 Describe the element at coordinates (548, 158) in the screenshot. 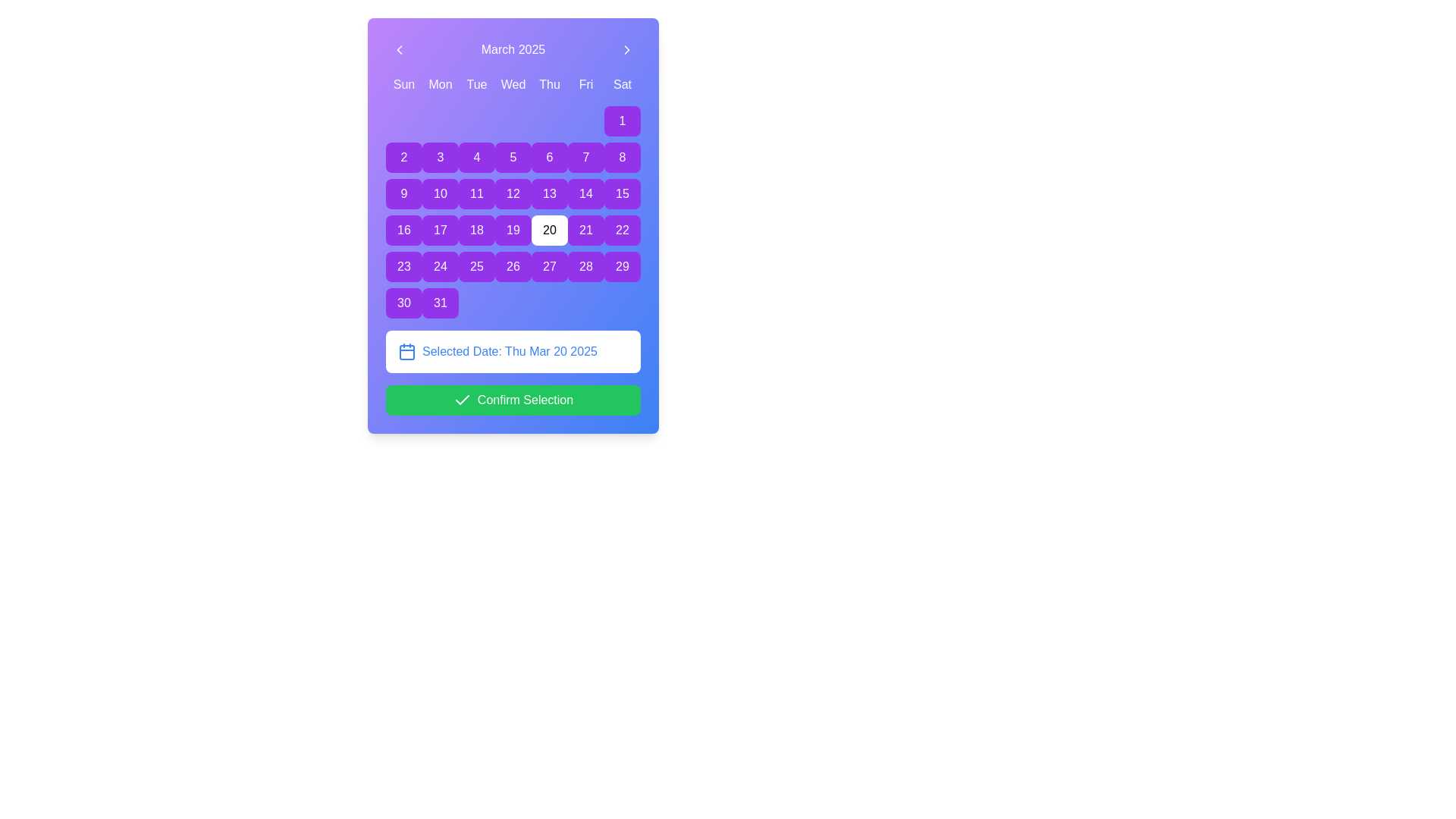

I see `the rectangular button labeled '6' with a purple background` at that location.